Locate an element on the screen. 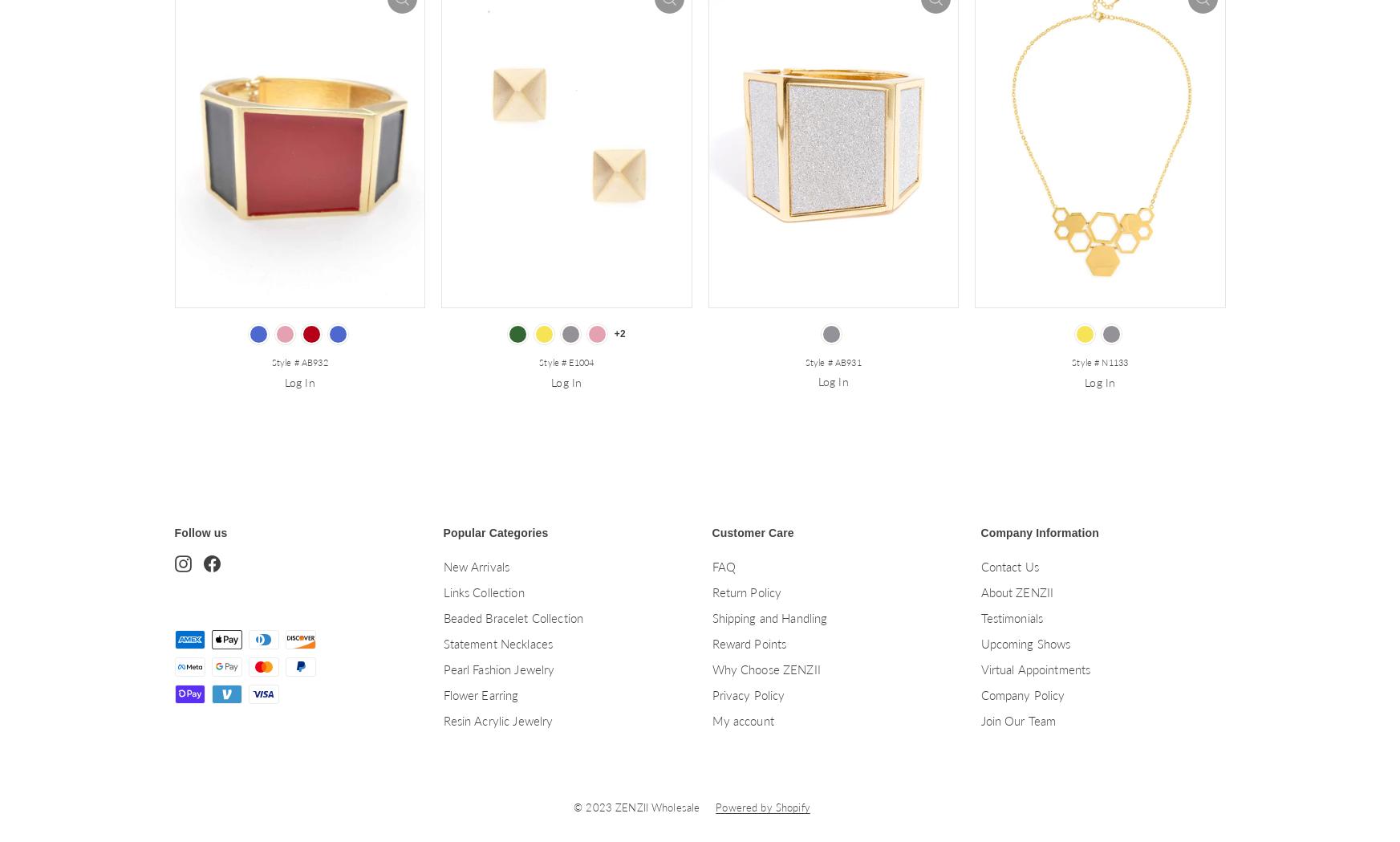 The width and height of the screenshot is (1400, 842). 'Why Choose ZENZII' is located at coordinates (765, 668).